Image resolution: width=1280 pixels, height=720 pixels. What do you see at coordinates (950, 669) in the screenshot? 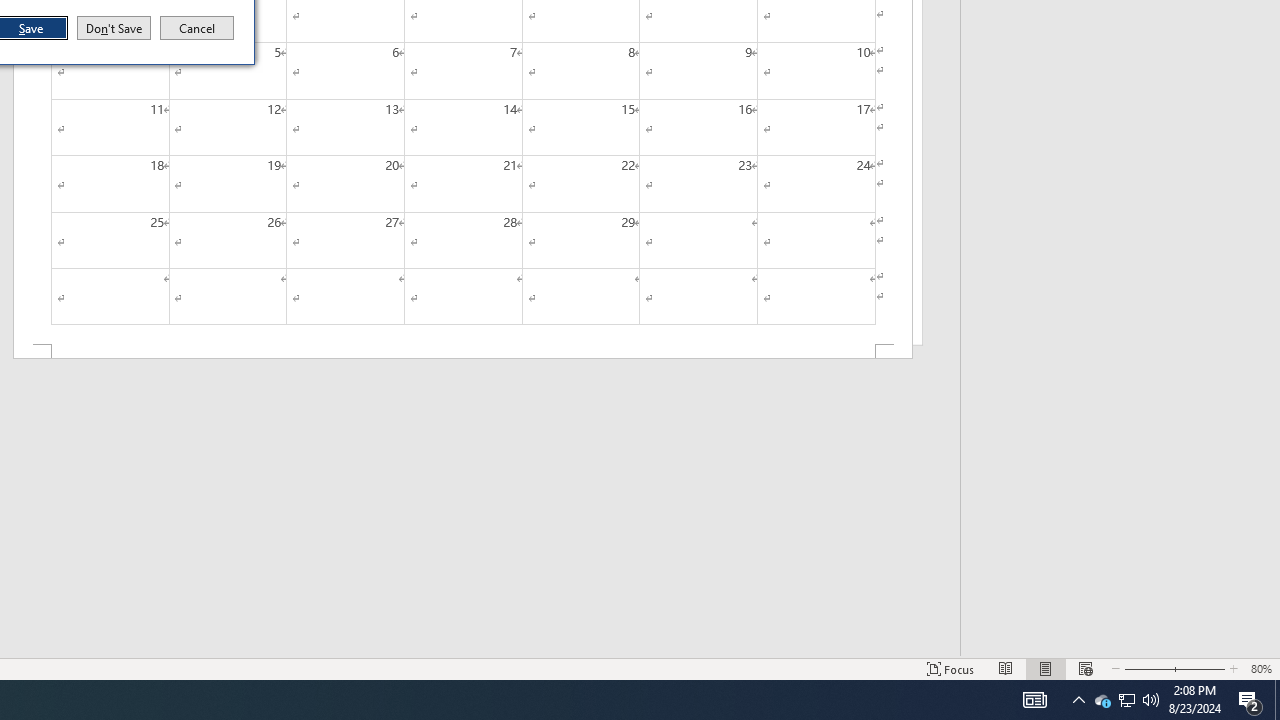
I see `'Focus '` at bounding box center [950, 669].